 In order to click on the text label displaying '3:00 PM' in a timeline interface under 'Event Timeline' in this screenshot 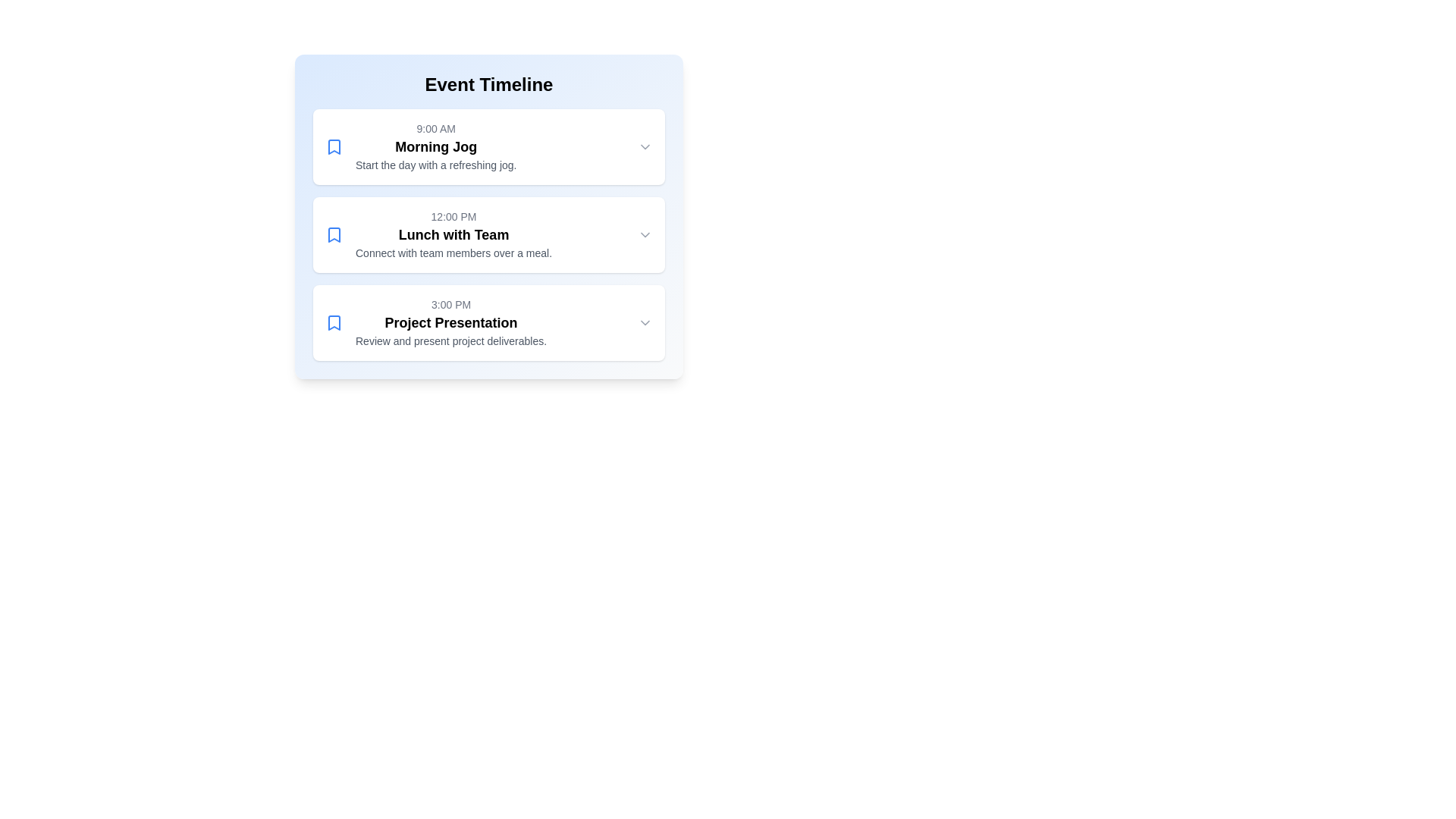, I will do `click(450, 304)`.